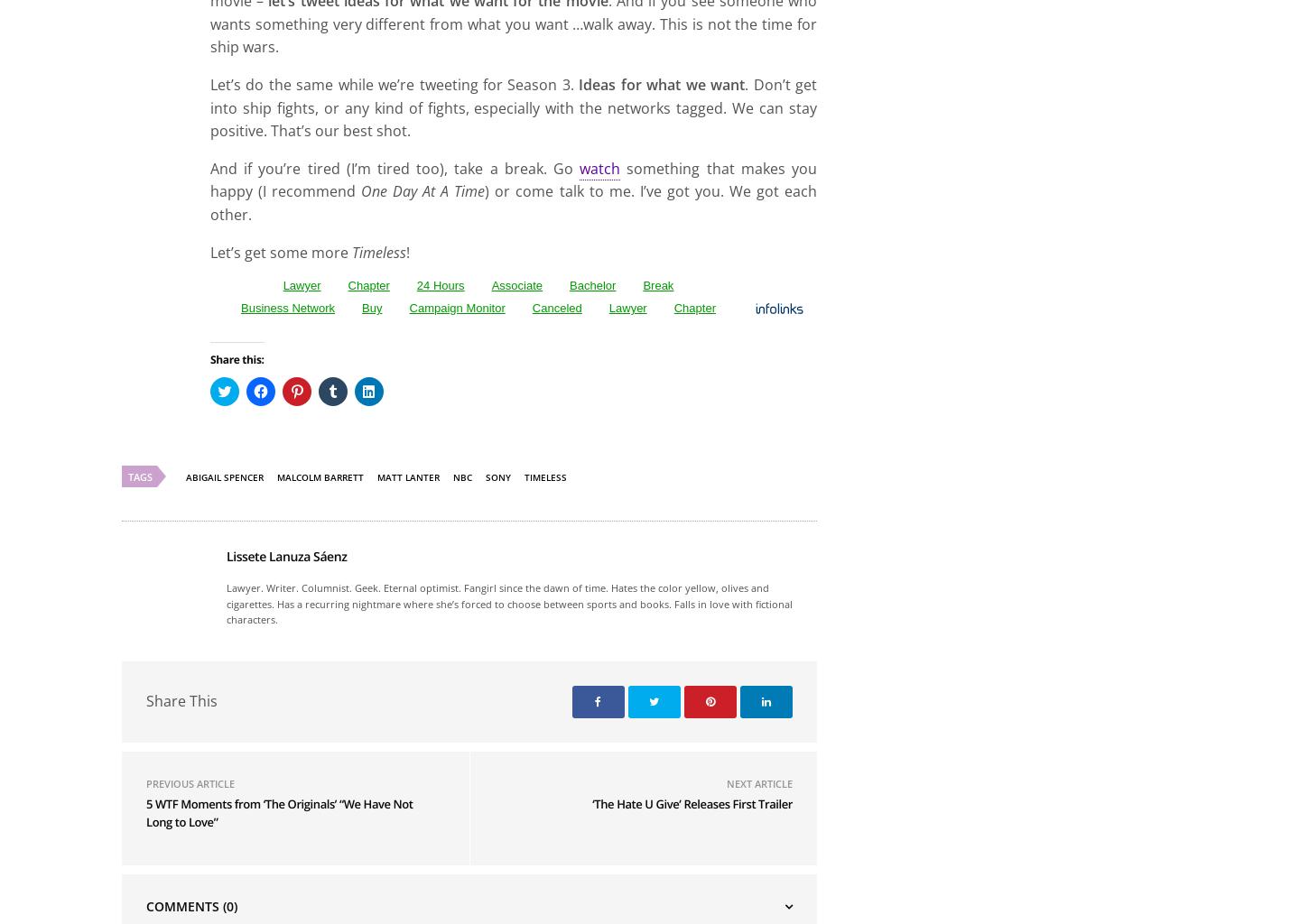 The height and width of the screenshot is (924, 1300). What do you see at coordinates (436, 212) in the screenshot?
I see `'let’s tweet ideas for what we want for the movie'` at bounding box center [436, 212].